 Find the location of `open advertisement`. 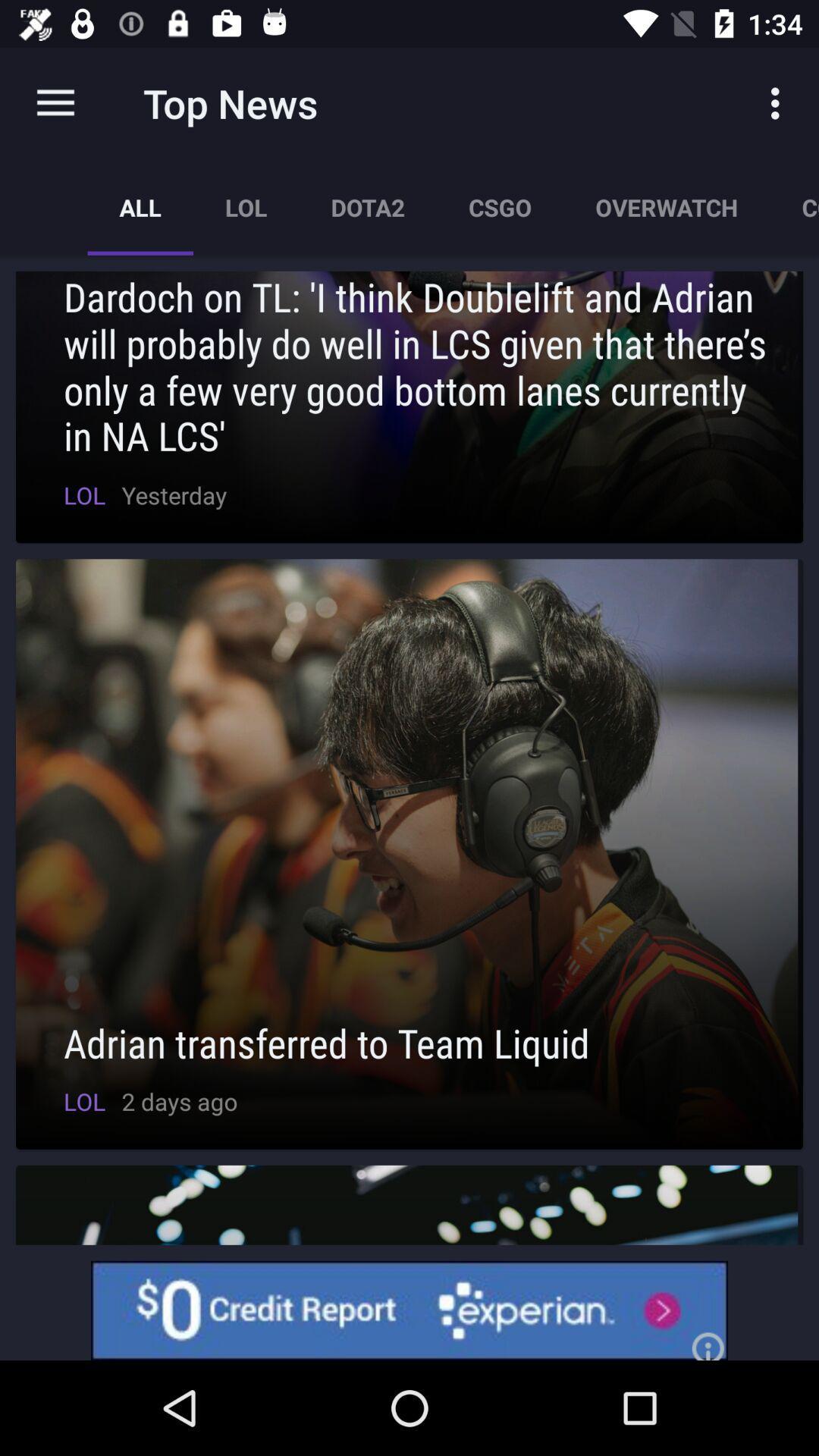

open advertisement is located at coordinates (409, 1310).